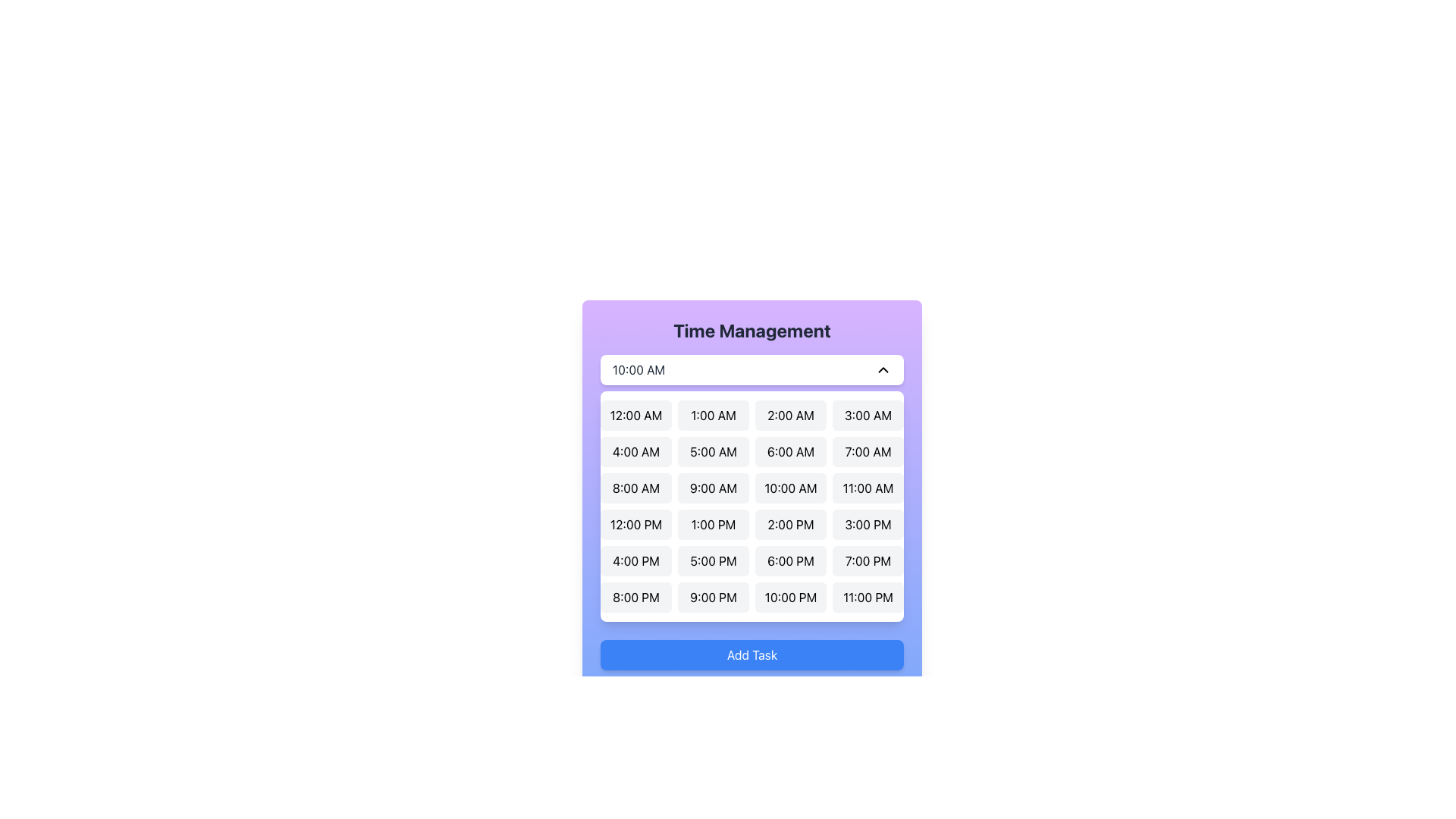 The image size is (1456, 819). What do you see at coordinates (868, 488) in the screenshot?
I see `the button labeled '11:00 AM' located in the grid of time options below the 'Time Management' dropdown menu, which is the last button in the third row from the top` at bounding box center [868, 488].